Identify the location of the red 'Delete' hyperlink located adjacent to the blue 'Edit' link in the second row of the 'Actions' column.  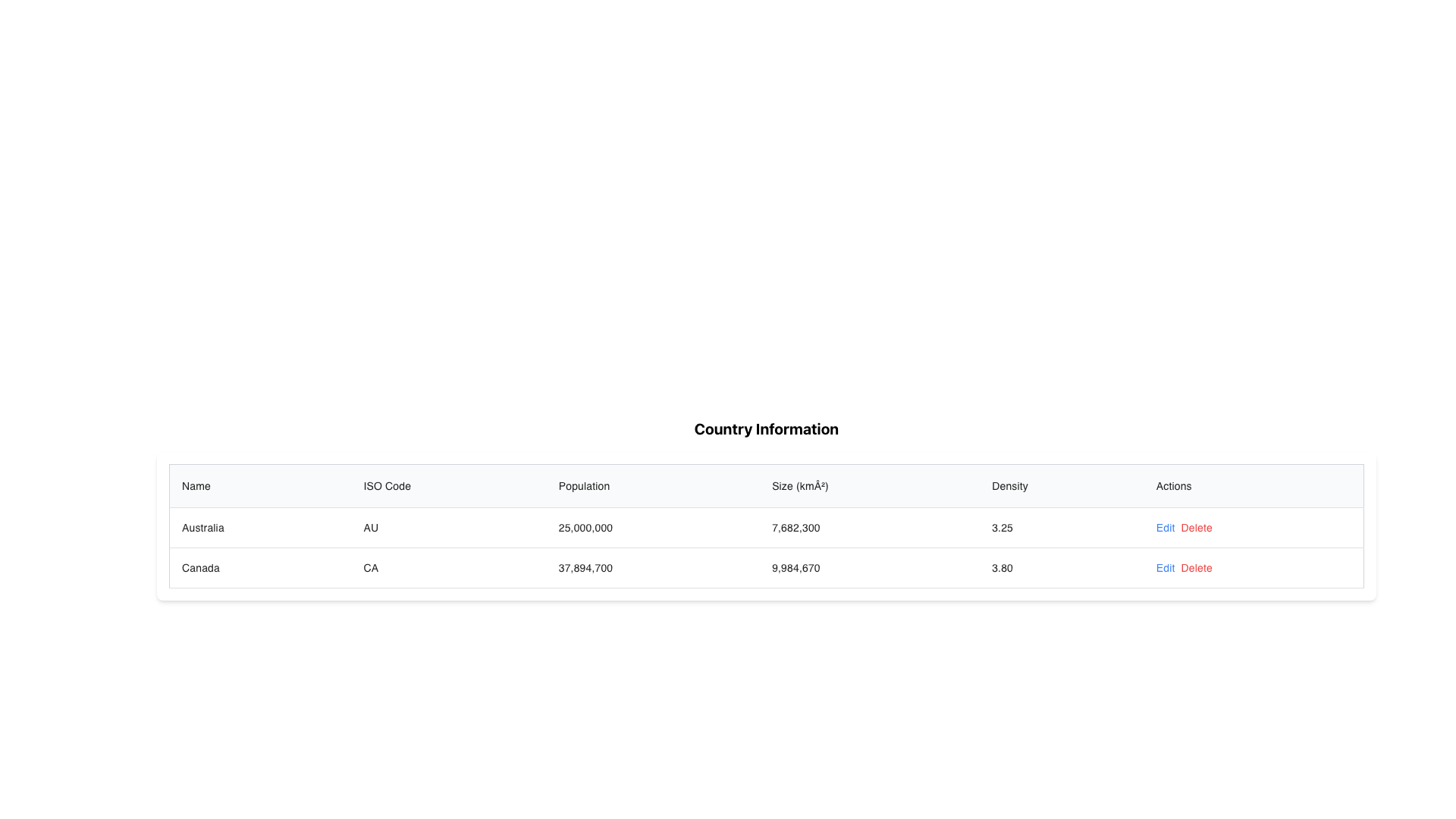
(1196, 567).